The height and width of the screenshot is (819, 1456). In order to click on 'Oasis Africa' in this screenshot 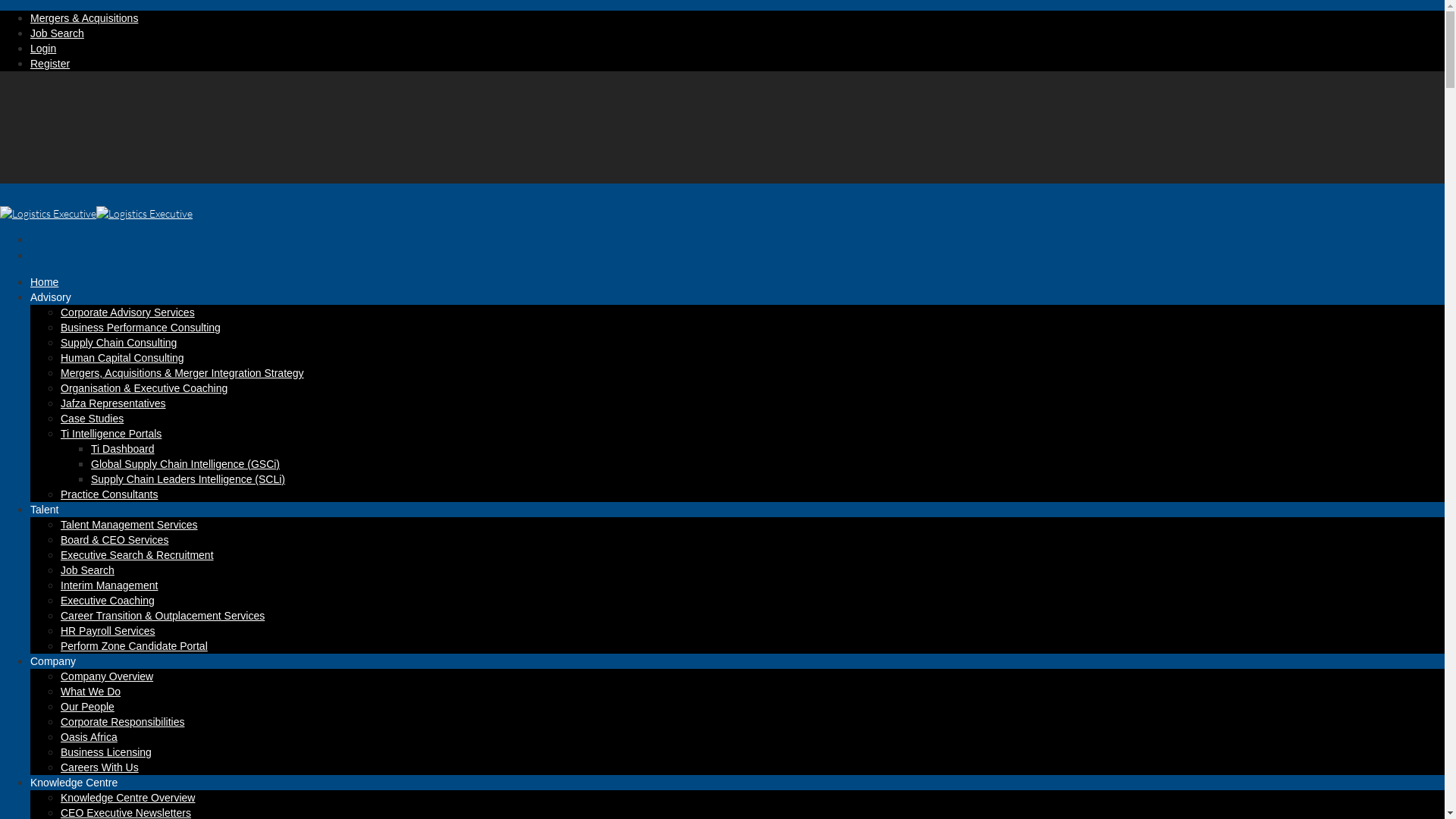, I will do `click(88, 736)`.